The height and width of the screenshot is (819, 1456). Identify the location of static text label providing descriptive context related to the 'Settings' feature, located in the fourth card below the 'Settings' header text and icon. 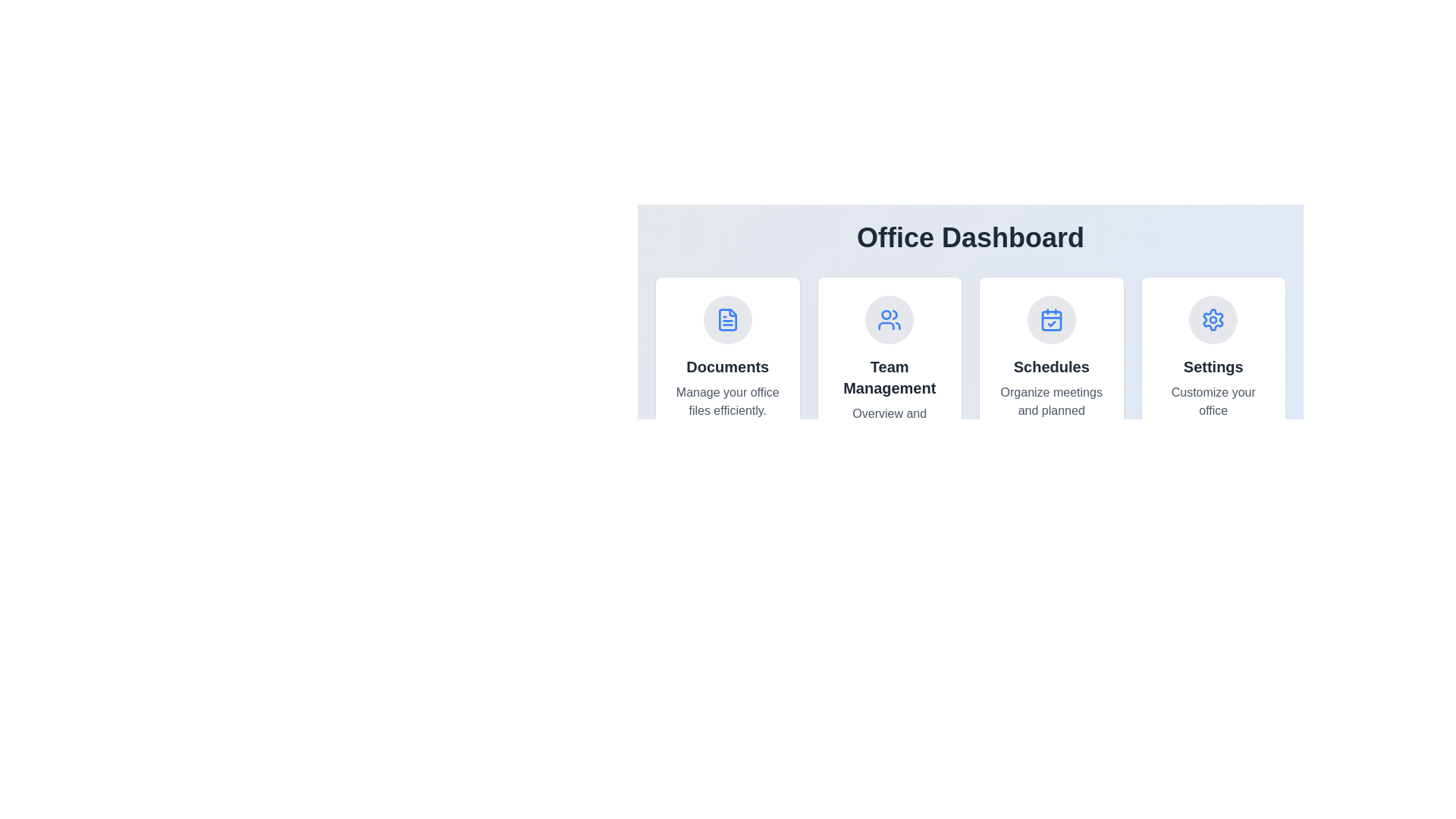
(1213, 411).